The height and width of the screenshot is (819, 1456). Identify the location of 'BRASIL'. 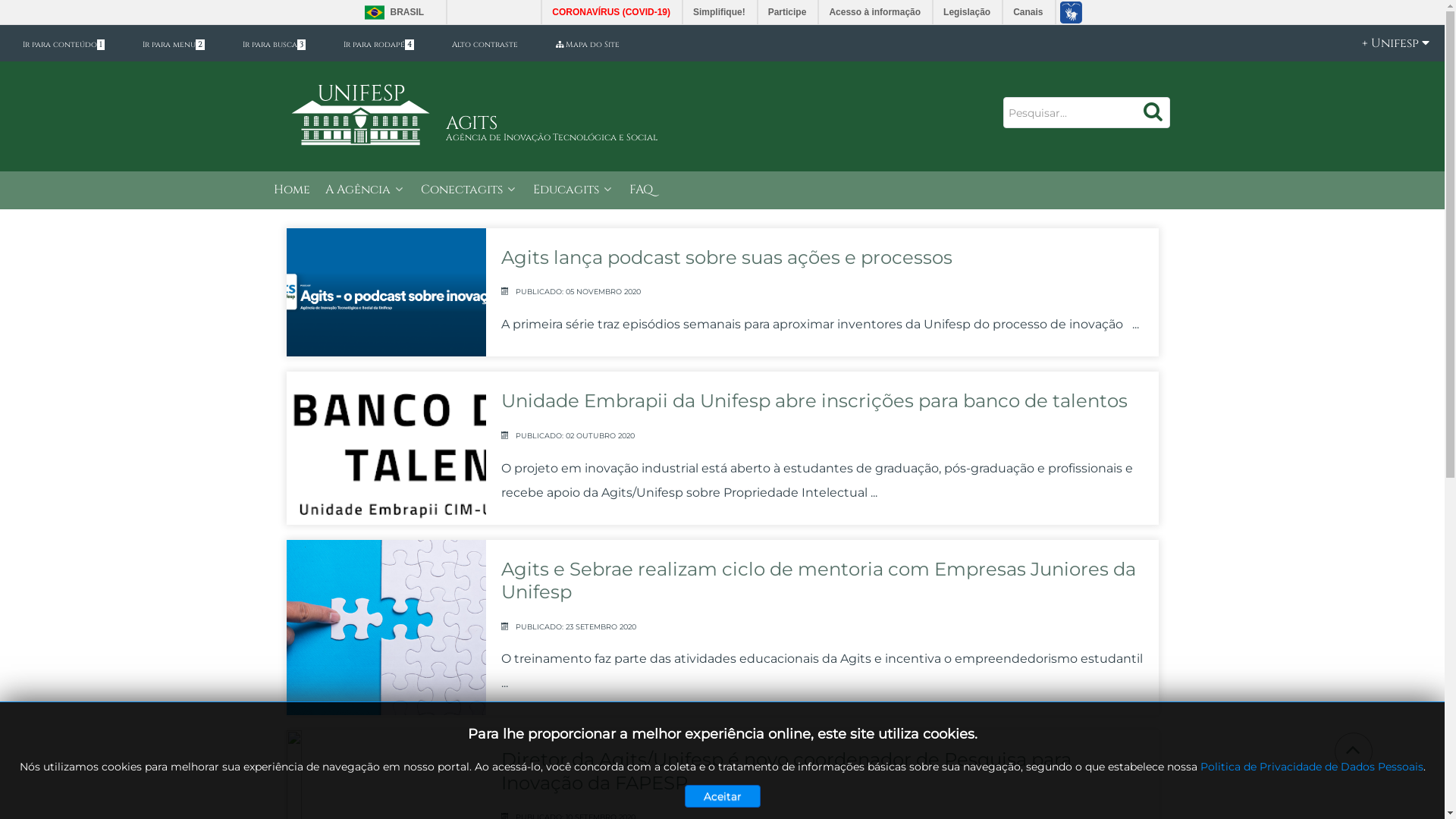
(390, 12).